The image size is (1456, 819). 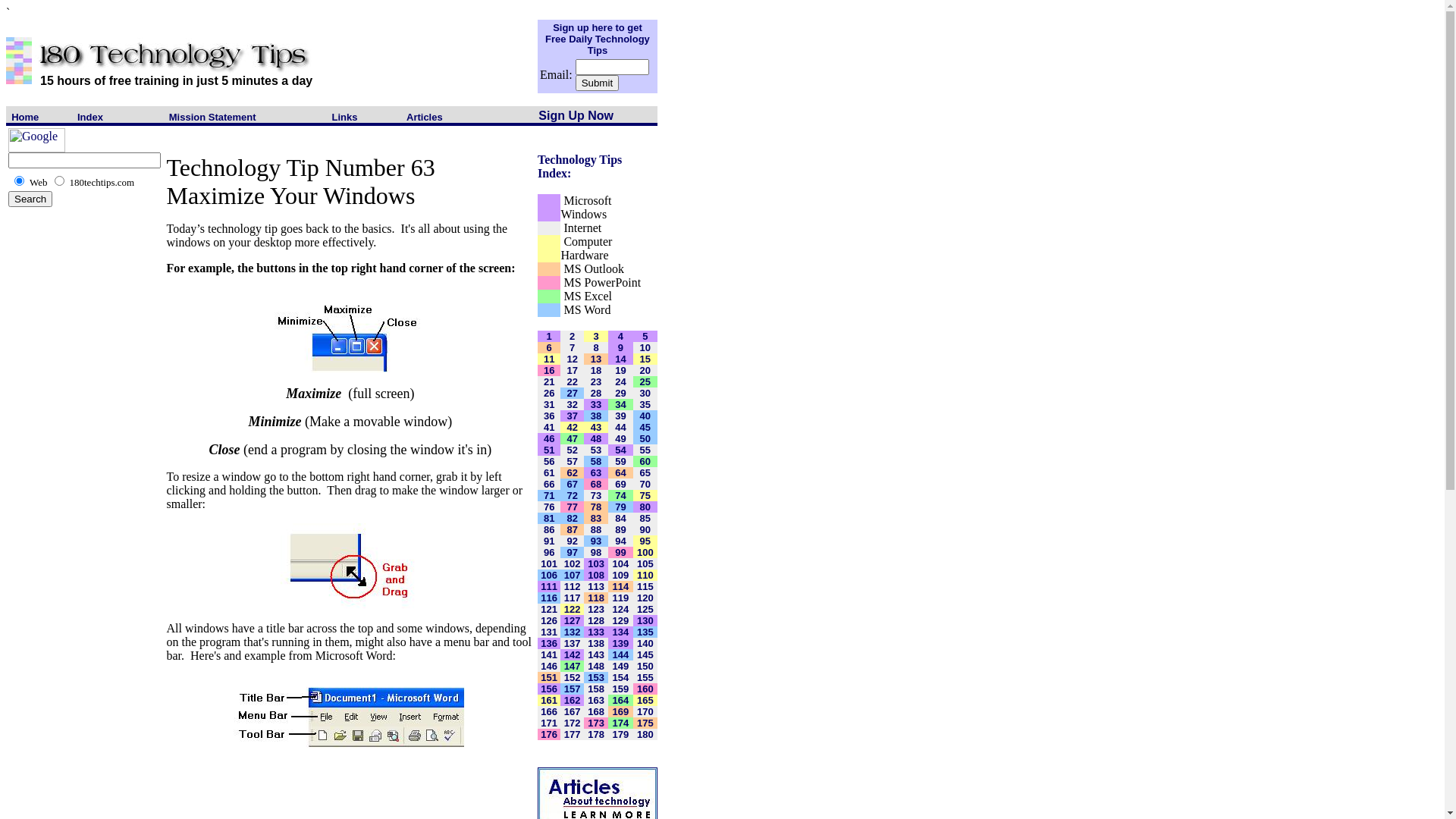 I want to click on '82', so click(x=566, y=517).